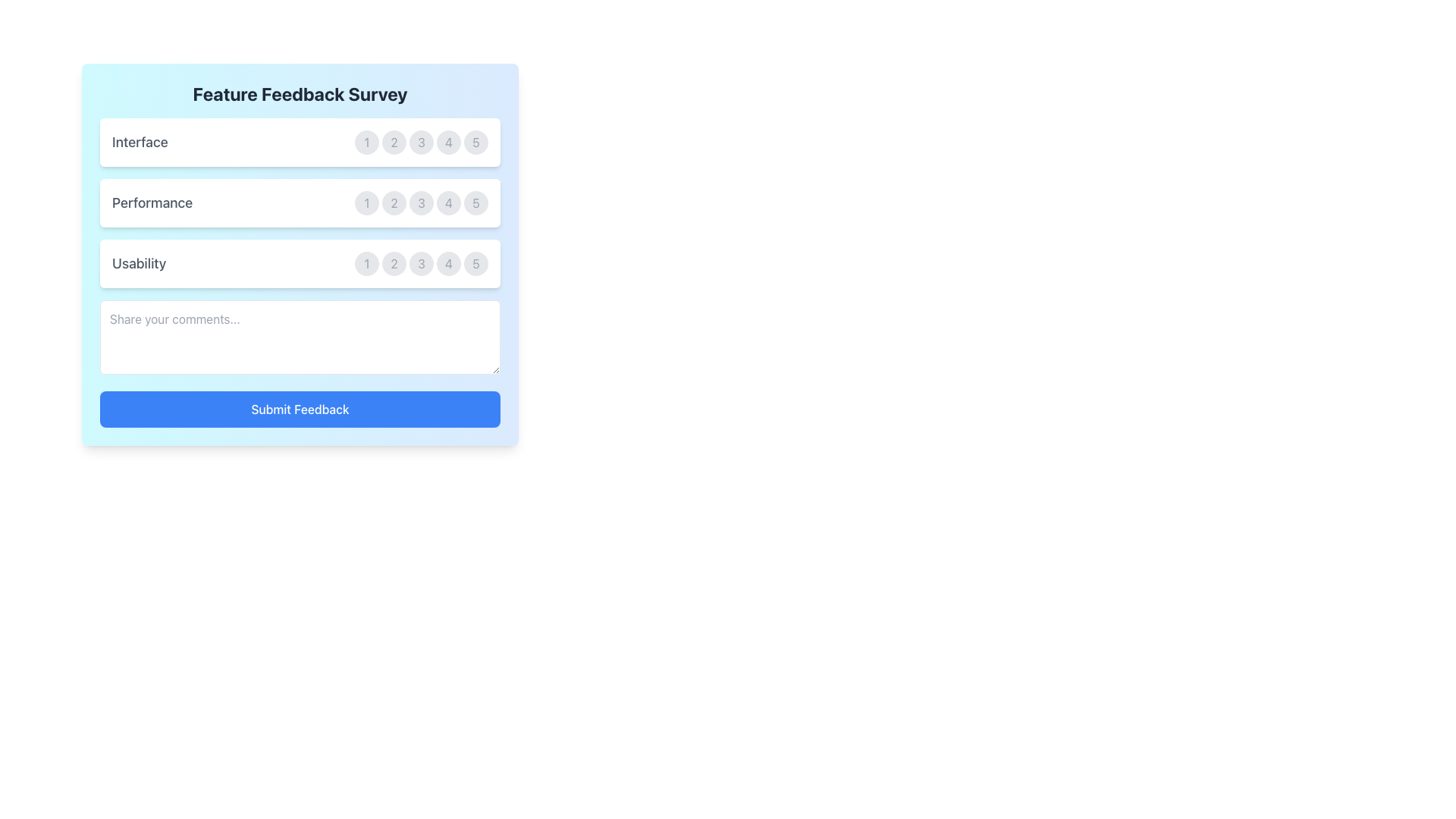 The height and width of the screenshot is (819, 1456). Describe the element at coordinates (475, 262) in the screenshot. I see `the circular button with a light gray background and the number '5' centered in darker gray` at that location.